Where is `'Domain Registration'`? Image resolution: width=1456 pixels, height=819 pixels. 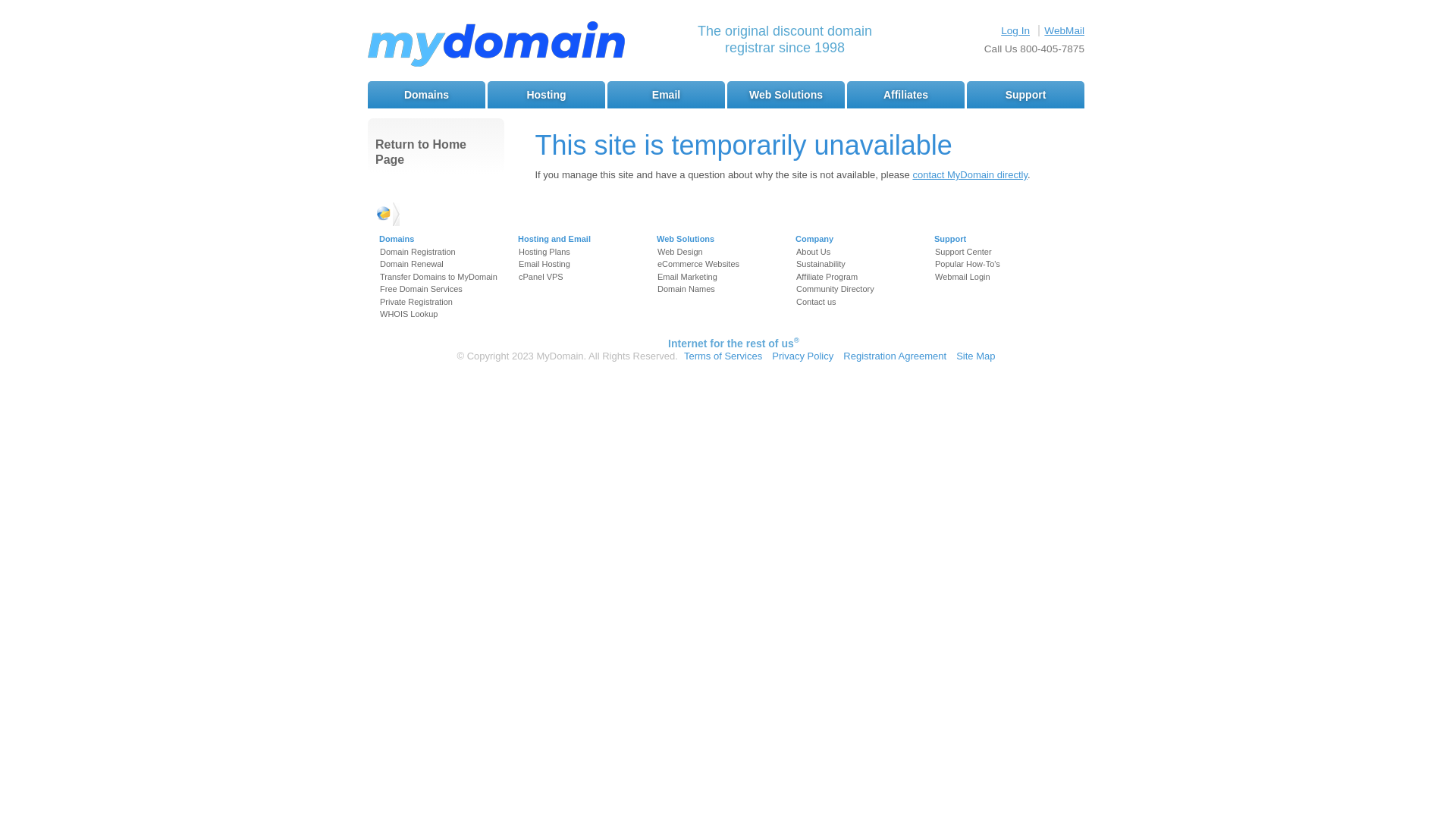
'Domain Registration' is located at coordinates (418, 250).